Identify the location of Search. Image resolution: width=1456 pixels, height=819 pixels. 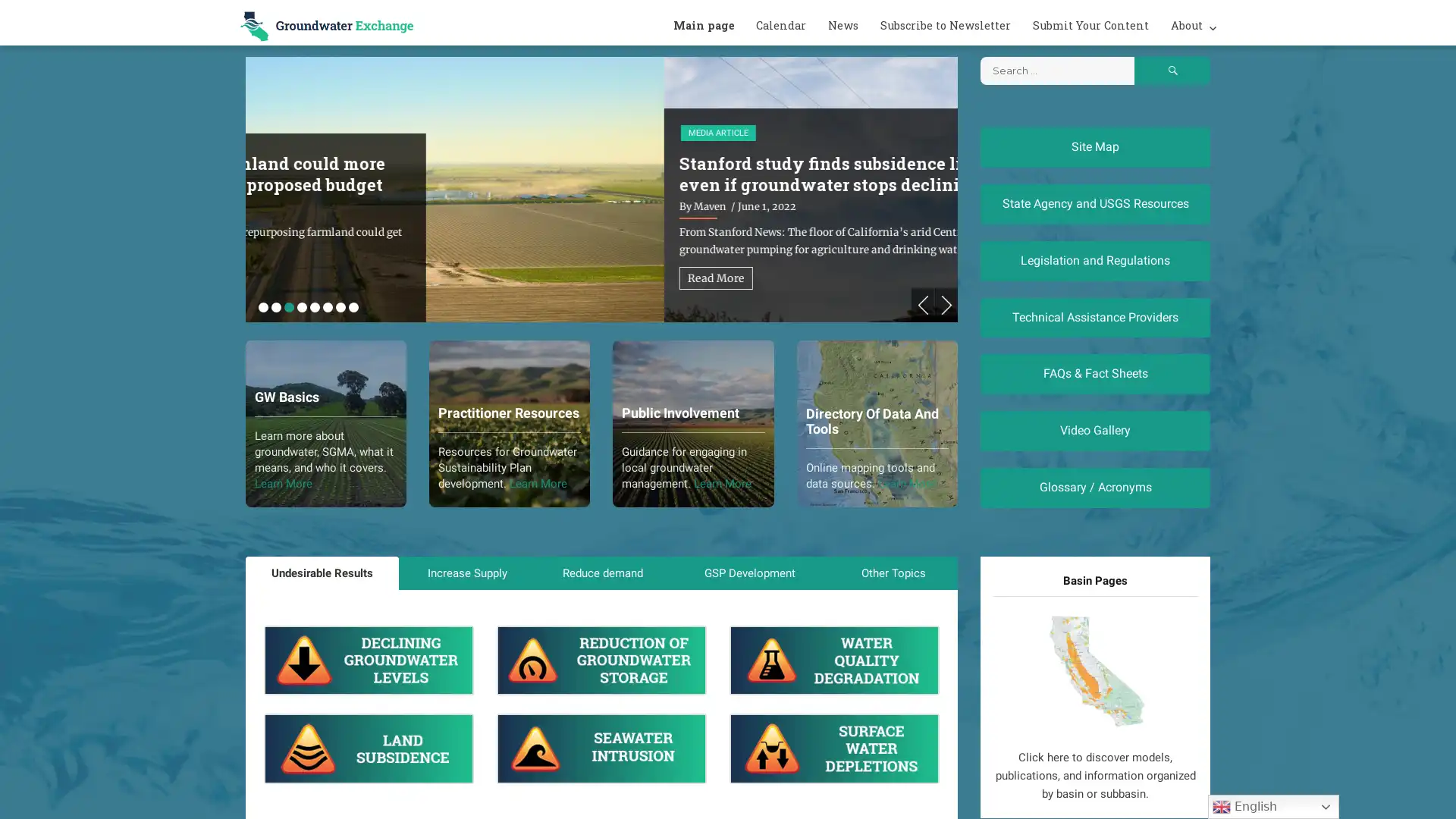
(1171, 71).